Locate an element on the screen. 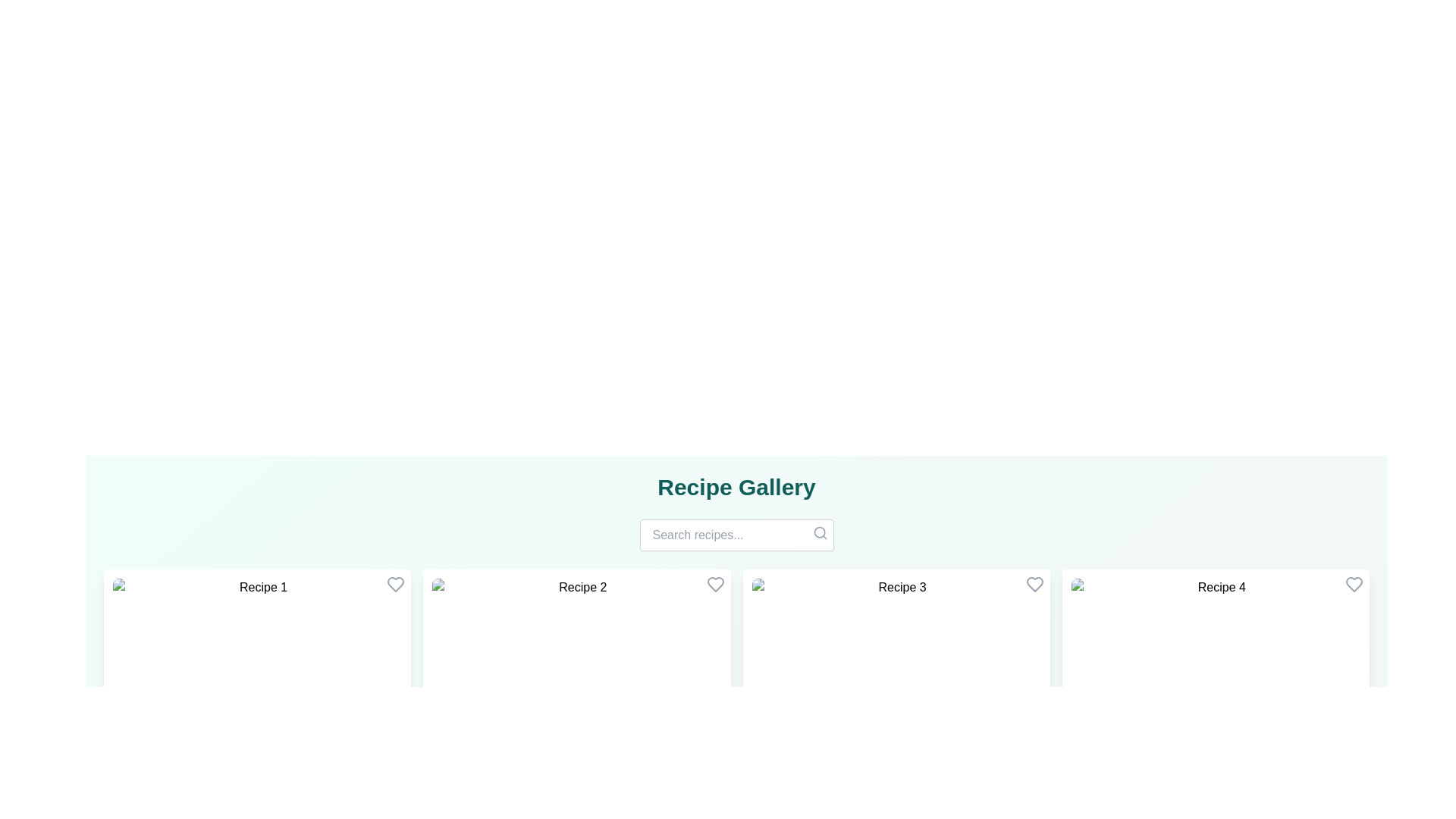  the magnifying glass icon representing the search function, which is located in the right section of the search input field with the placeholder 'Search recipes...' is located at coordinates (819, 532).